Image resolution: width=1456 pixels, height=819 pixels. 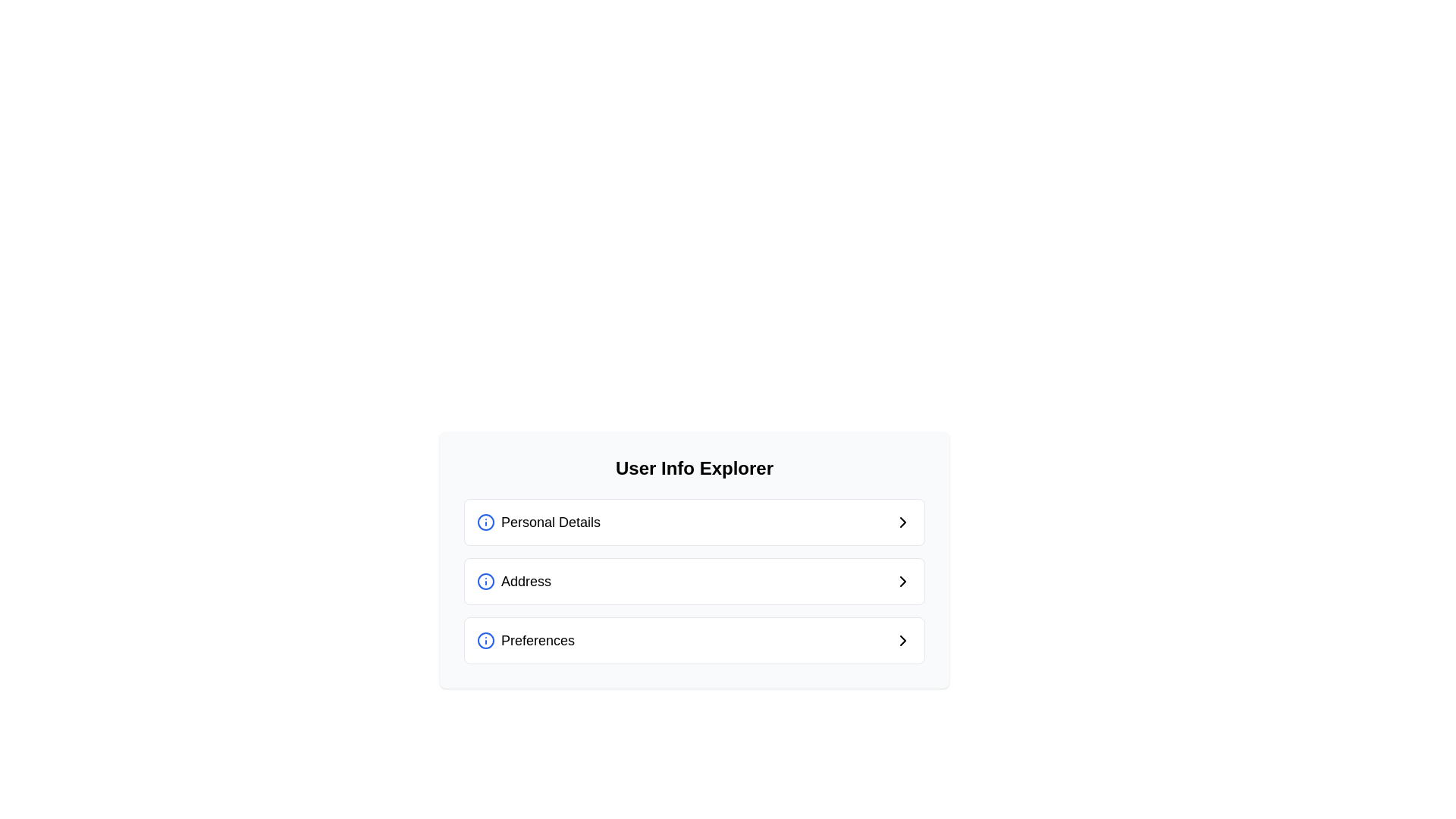 I want to click on the Vector icon located on the far right of the 'Personal Details' section within the 'User Info Explorer' card interface, which indicates that this section is selectable or expandable, so click(x=902, y=522).